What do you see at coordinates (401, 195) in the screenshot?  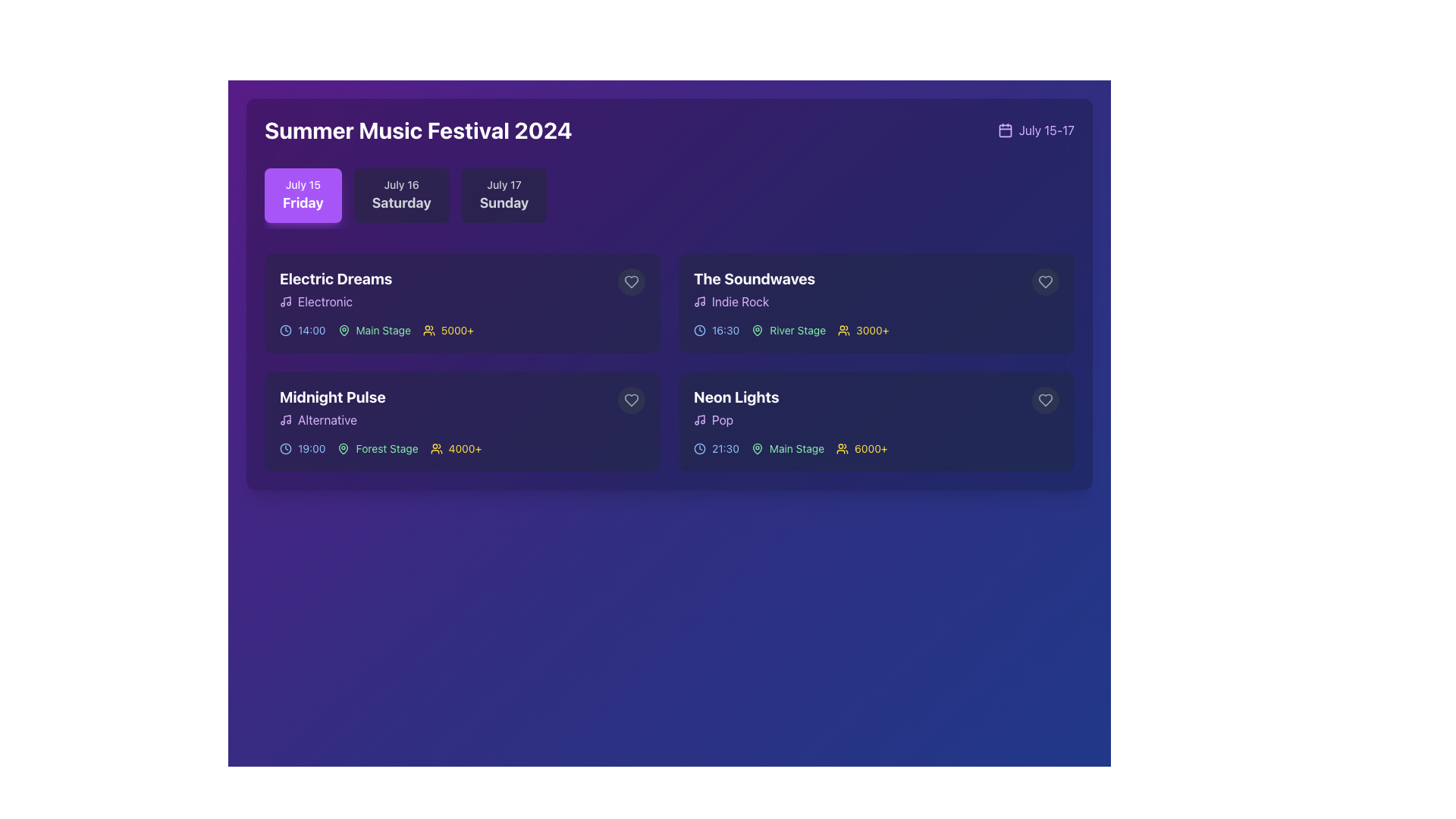 I see `the date selector button for Saturday, July 16, which is the second button in a horizontal list of three date buttons` at bounding box center [401, 195].